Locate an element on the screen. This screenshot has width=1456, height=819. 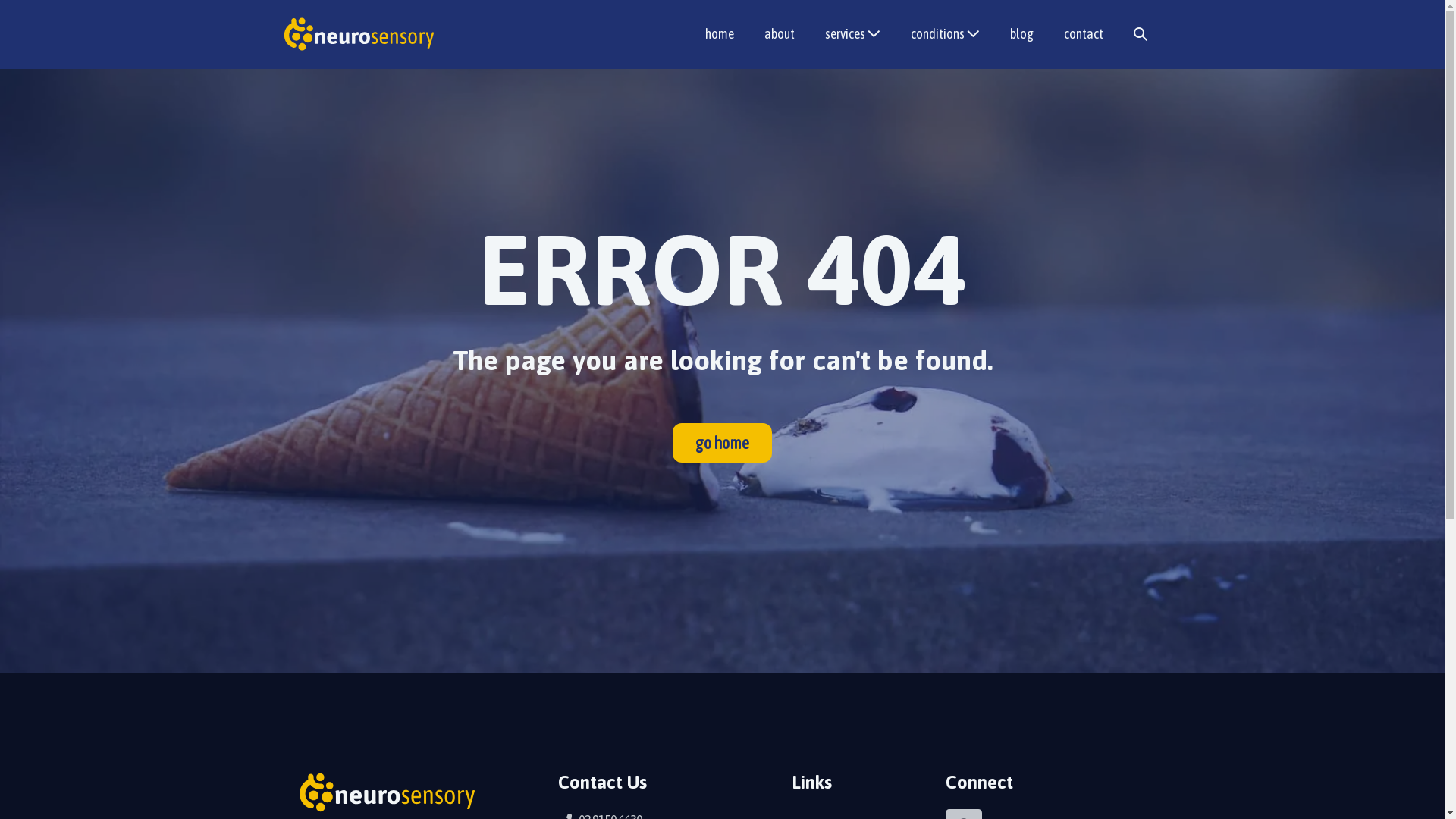
'Neurosensory' is located at coordinates (356, 34).